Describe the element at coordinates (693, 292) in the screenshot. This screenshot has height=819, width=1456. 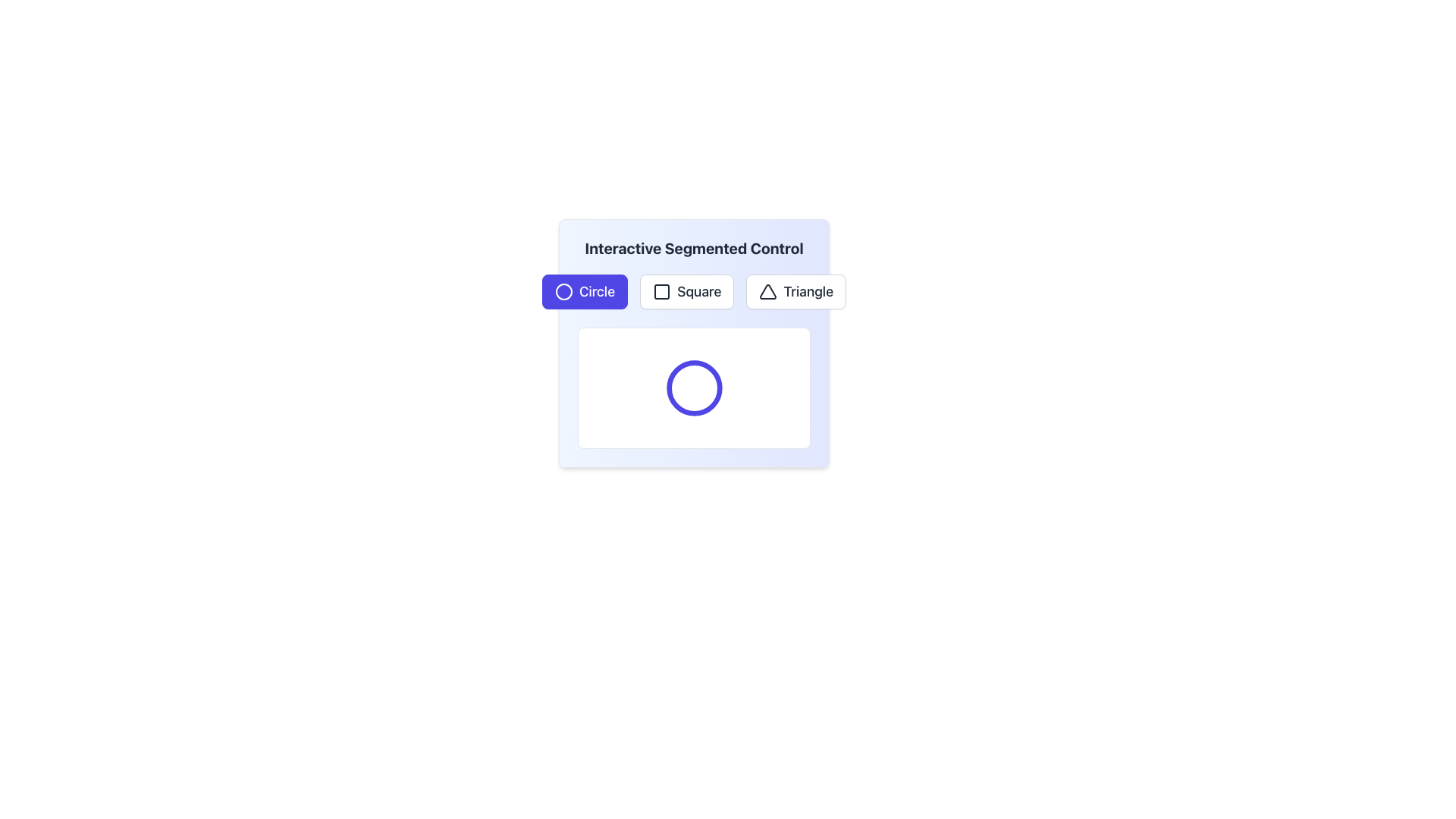
I see `the 'Square' button in the segmented control` at that location.